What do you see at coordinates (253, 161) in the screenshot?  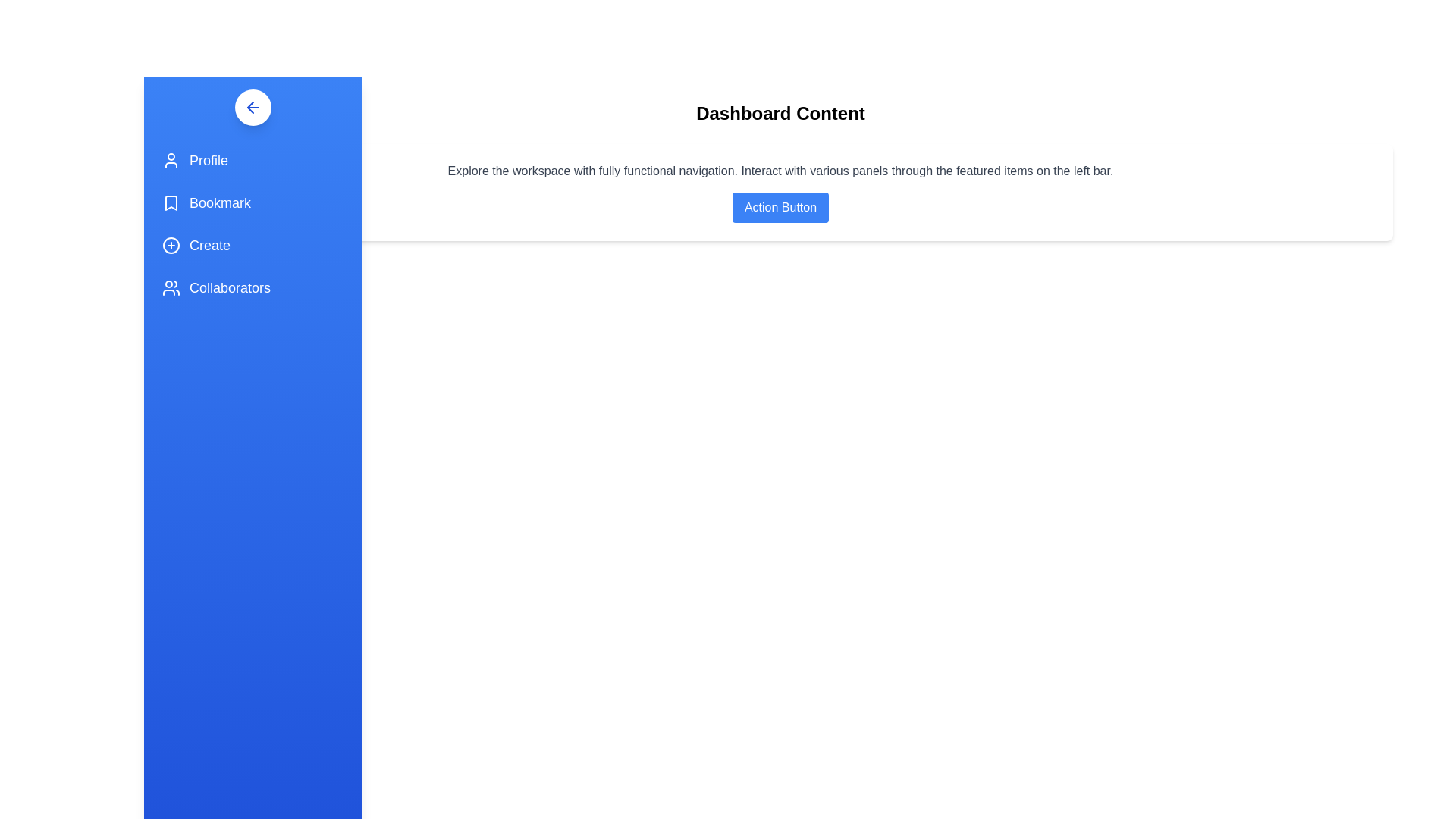 I see `the navigation item Profile to navigate to the respective section` at bounding box center [253, 161].